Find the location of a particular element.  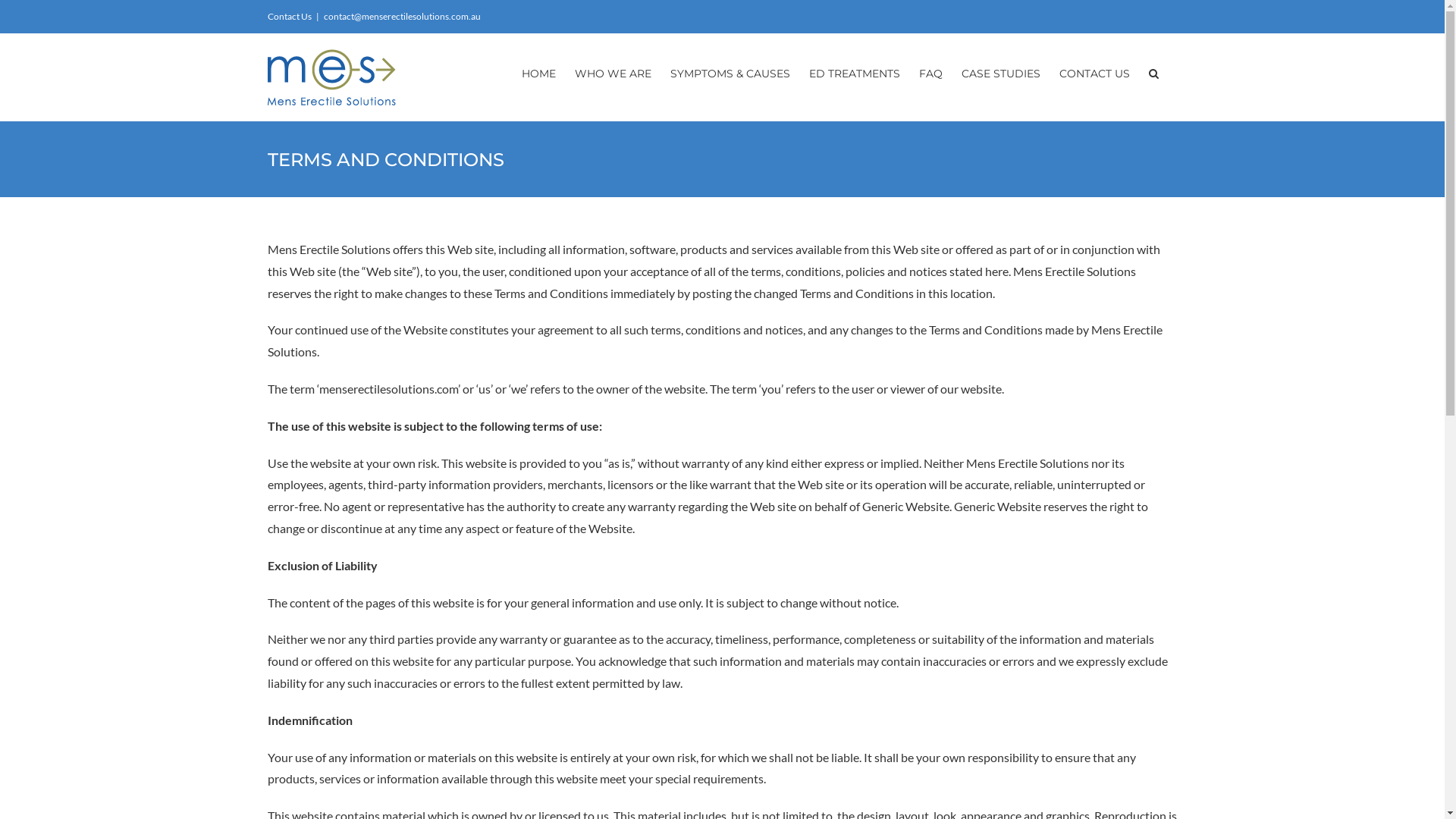

'CONTACT US' is located at coordinates (1094, 73).